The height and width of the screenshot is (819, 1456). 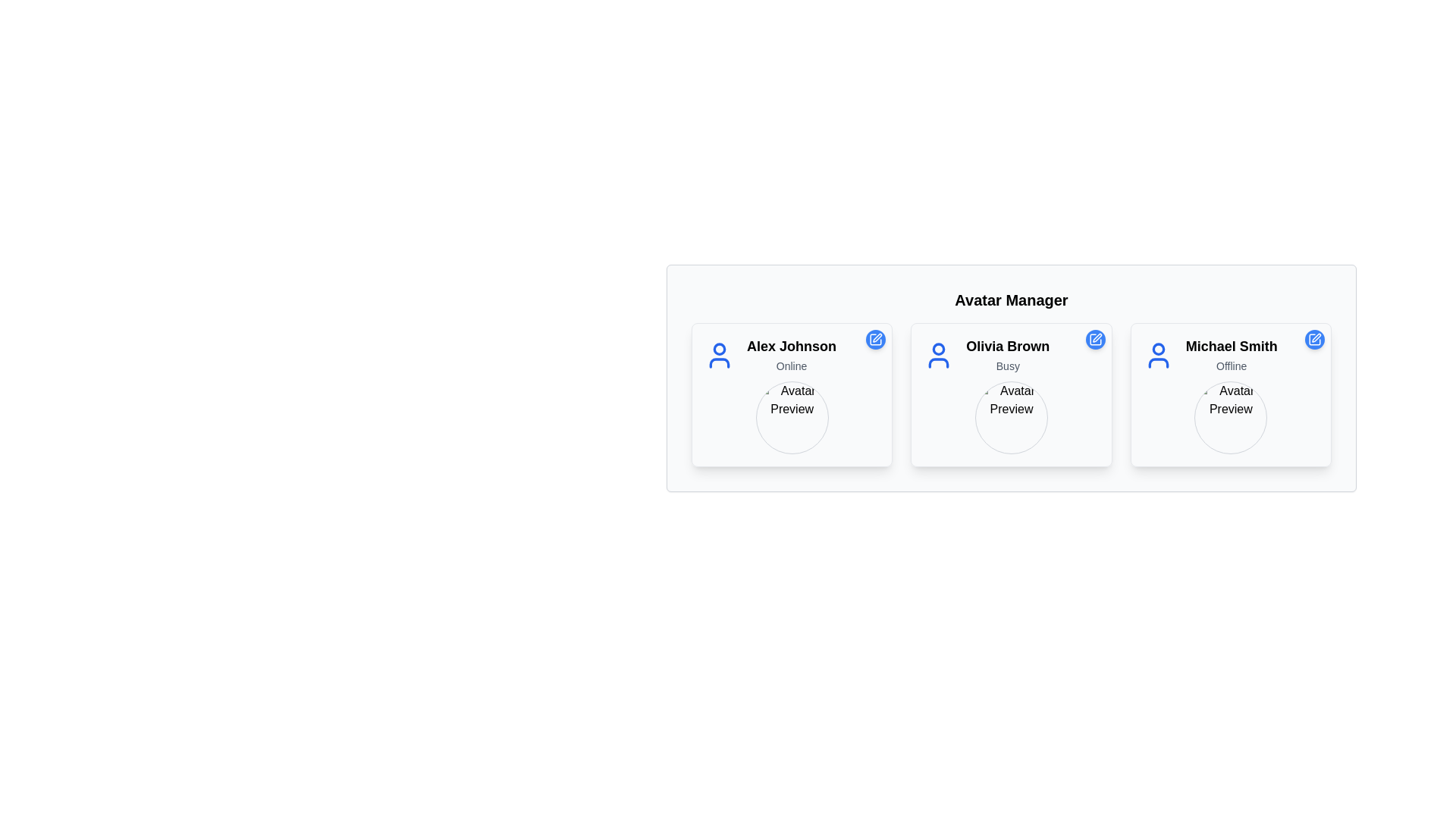 What do you see at coordinates (1008, 366) in the screenshot?
I see `the static text label indicating the status of user 'Olivia Brown', located below their name in the center panel of the 'Avatar Manager' group` at bounding box center [1008, 366].